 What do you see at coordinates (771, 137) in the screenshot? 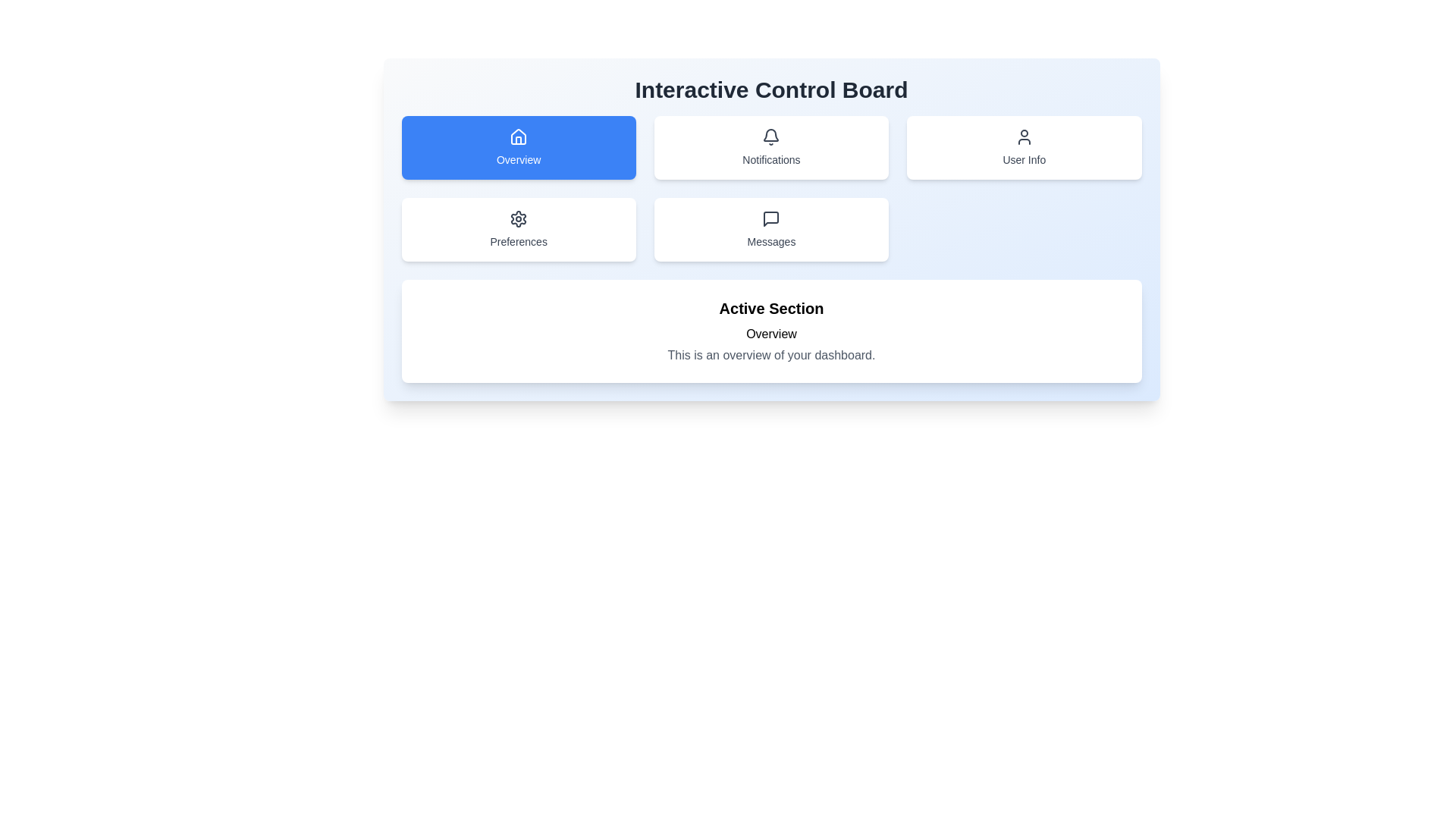
I see `the bell icon located in the upper middle section of the interface, positioned inside the 'Notifications' card` at bounding box center [771, 137].